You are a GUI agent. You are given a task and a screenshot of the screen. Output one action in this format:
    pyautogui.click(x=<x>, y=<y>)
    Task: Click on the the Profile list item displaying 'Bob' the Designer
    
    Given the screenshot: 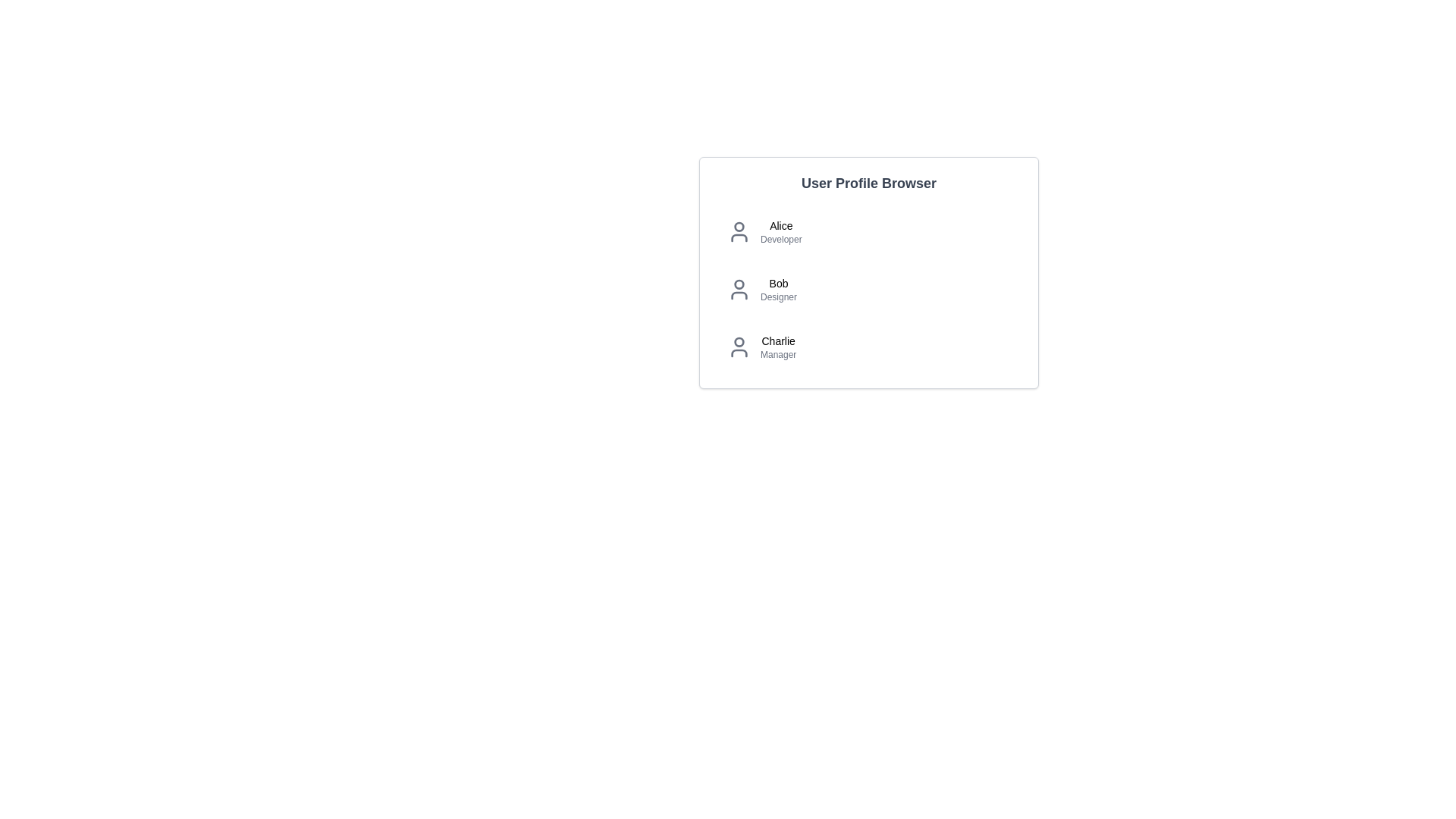 What is the action you would take?
    pyautogui.click(x=869, y=289)
    